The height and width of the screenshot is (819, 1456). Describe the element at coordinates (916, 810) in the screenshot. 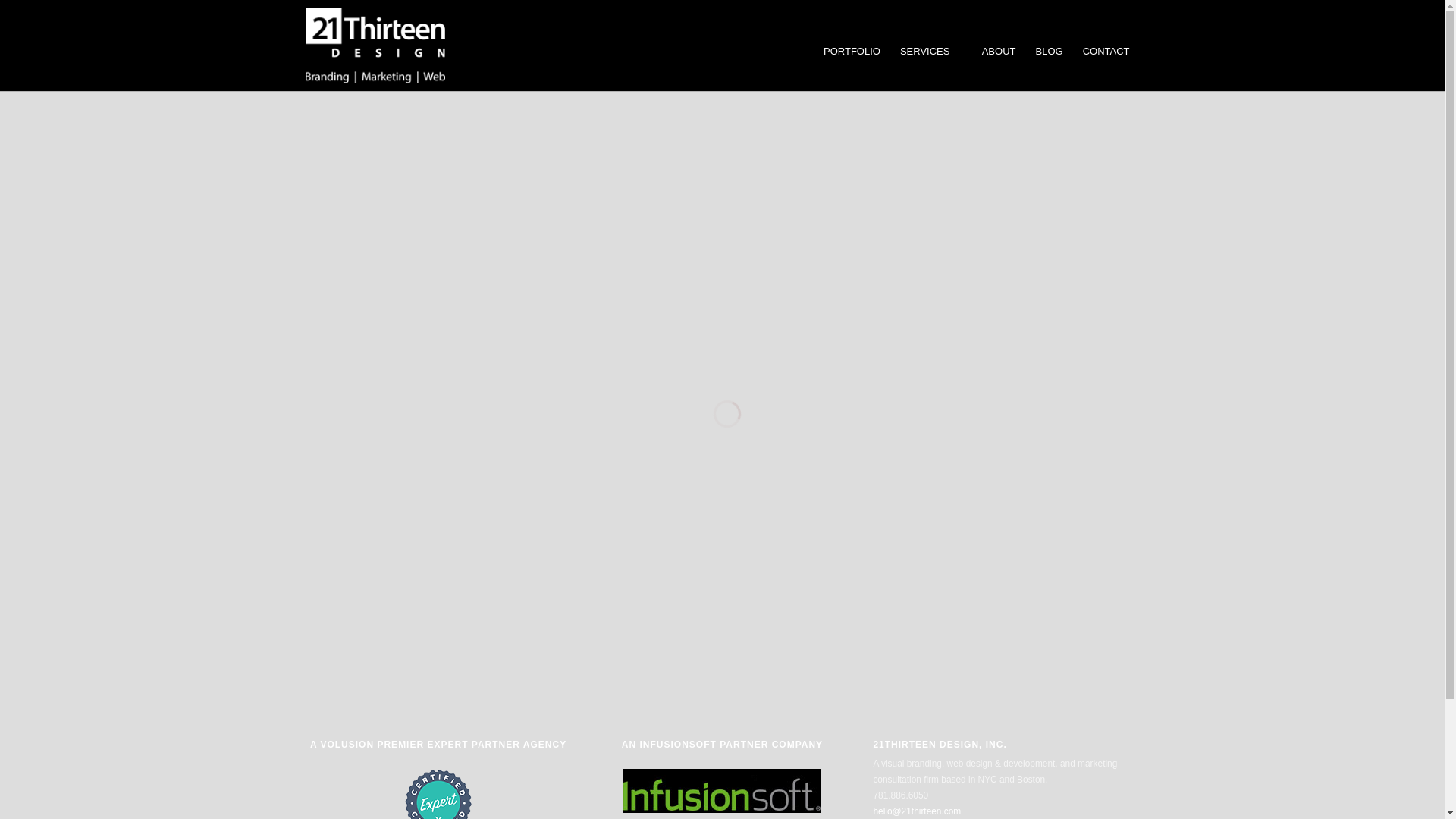

I see `'hello@21thirteen.com'` at that location.